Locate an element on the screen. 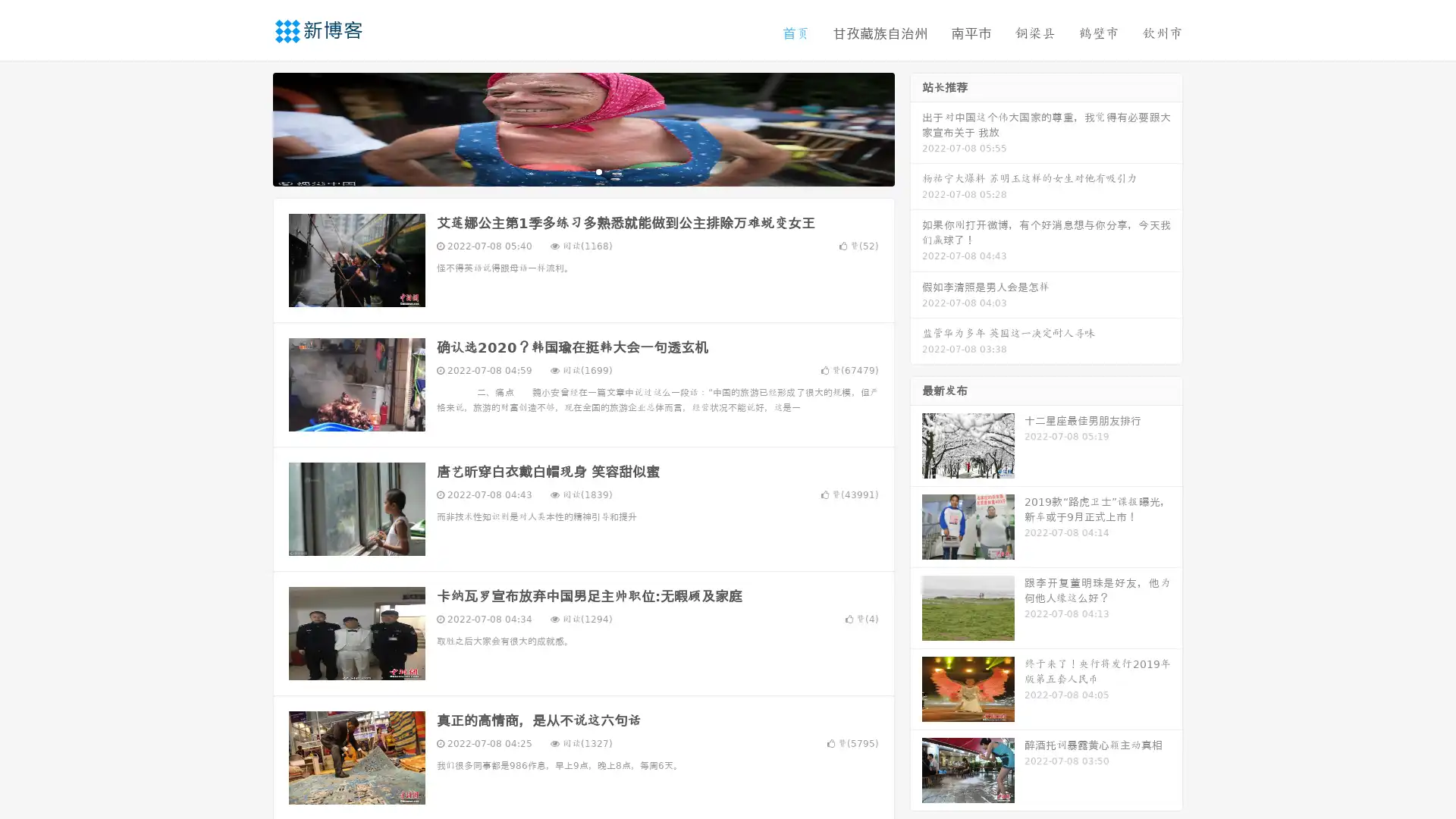 The width and height of the screenshot is (1456, 819). Next slide is located at coordinates (916, 127).